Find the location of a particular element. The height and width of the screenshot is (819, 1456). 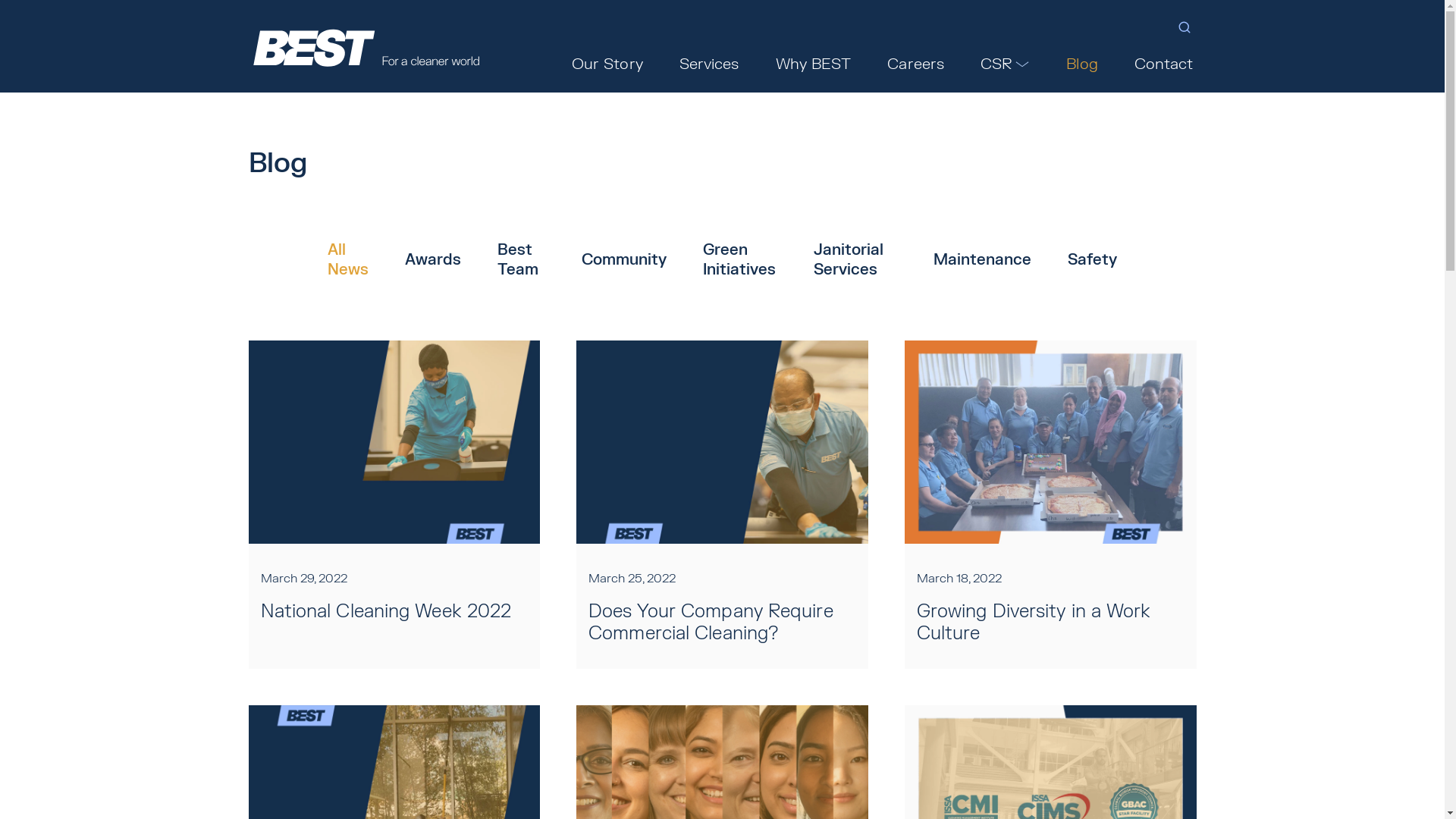

'Blog' is located at coordinates (1062, 63).